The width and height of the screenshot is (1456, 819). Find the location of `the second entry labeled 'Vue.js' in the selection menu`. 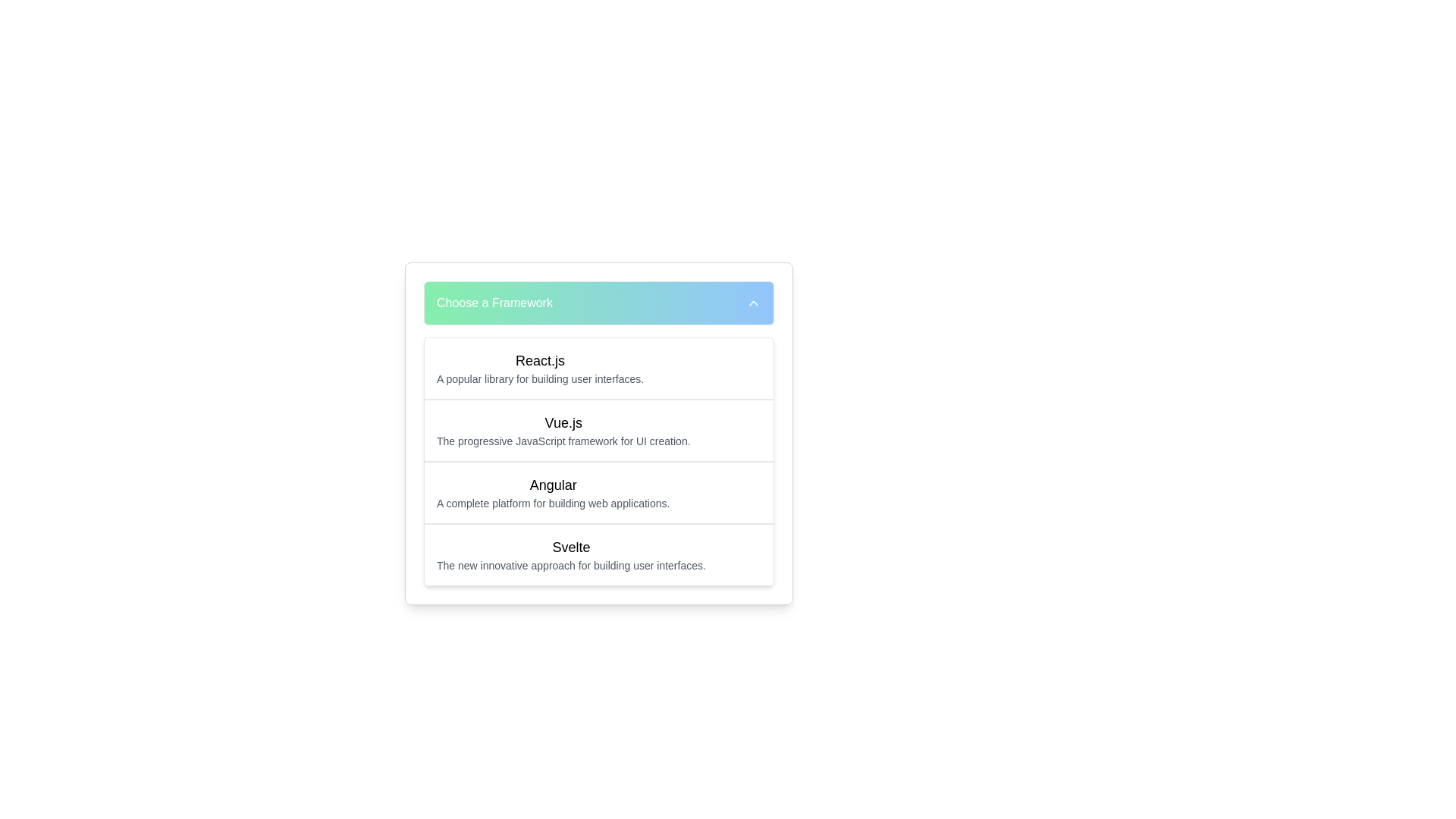

the second entry labeled 'Vue.js' in the selection menu is located at coordinates (563, 430).